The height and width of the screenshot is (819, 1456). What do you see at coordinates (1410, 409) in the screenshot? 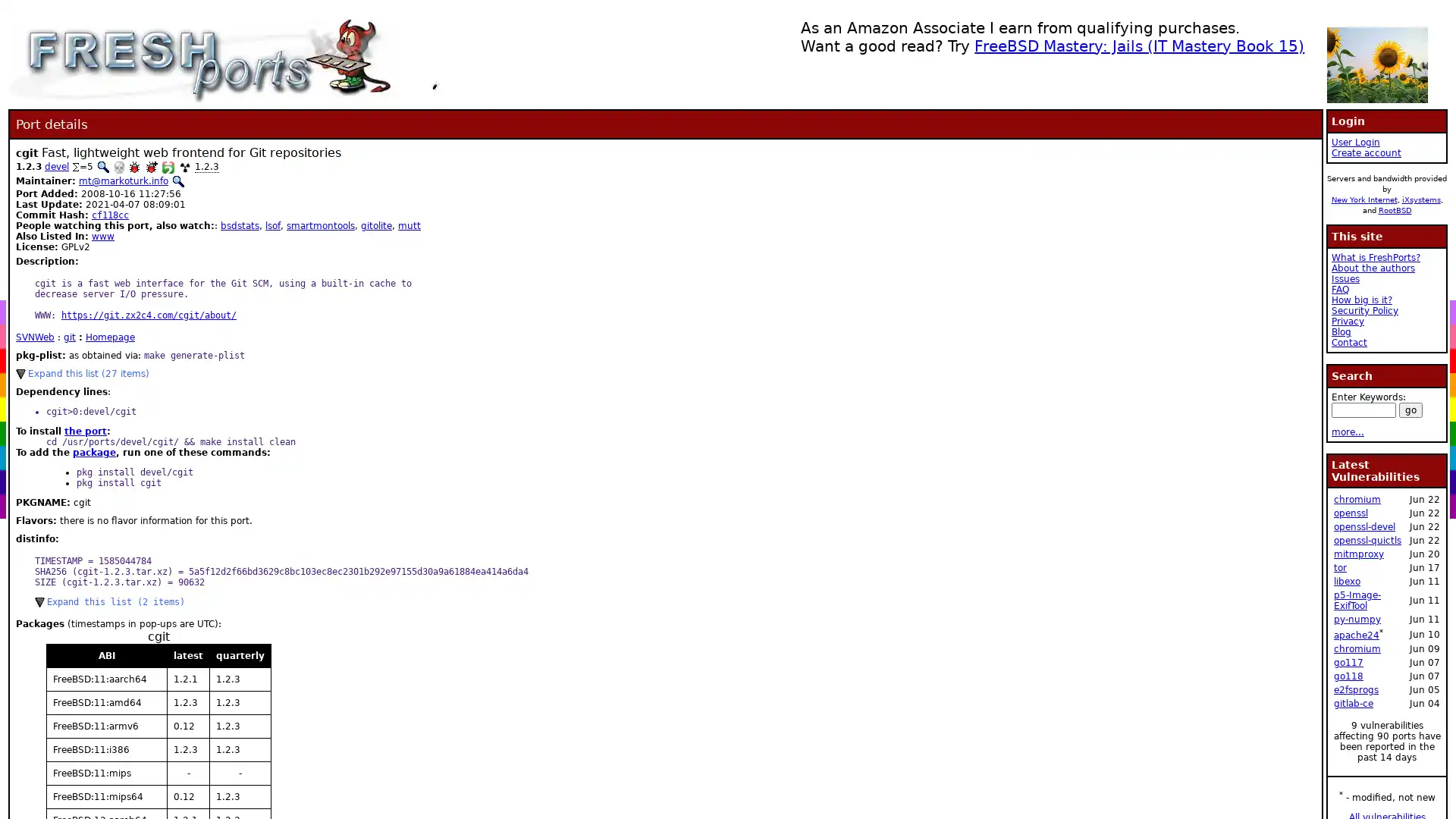
I see `go` at bounding box center [1410, 409].